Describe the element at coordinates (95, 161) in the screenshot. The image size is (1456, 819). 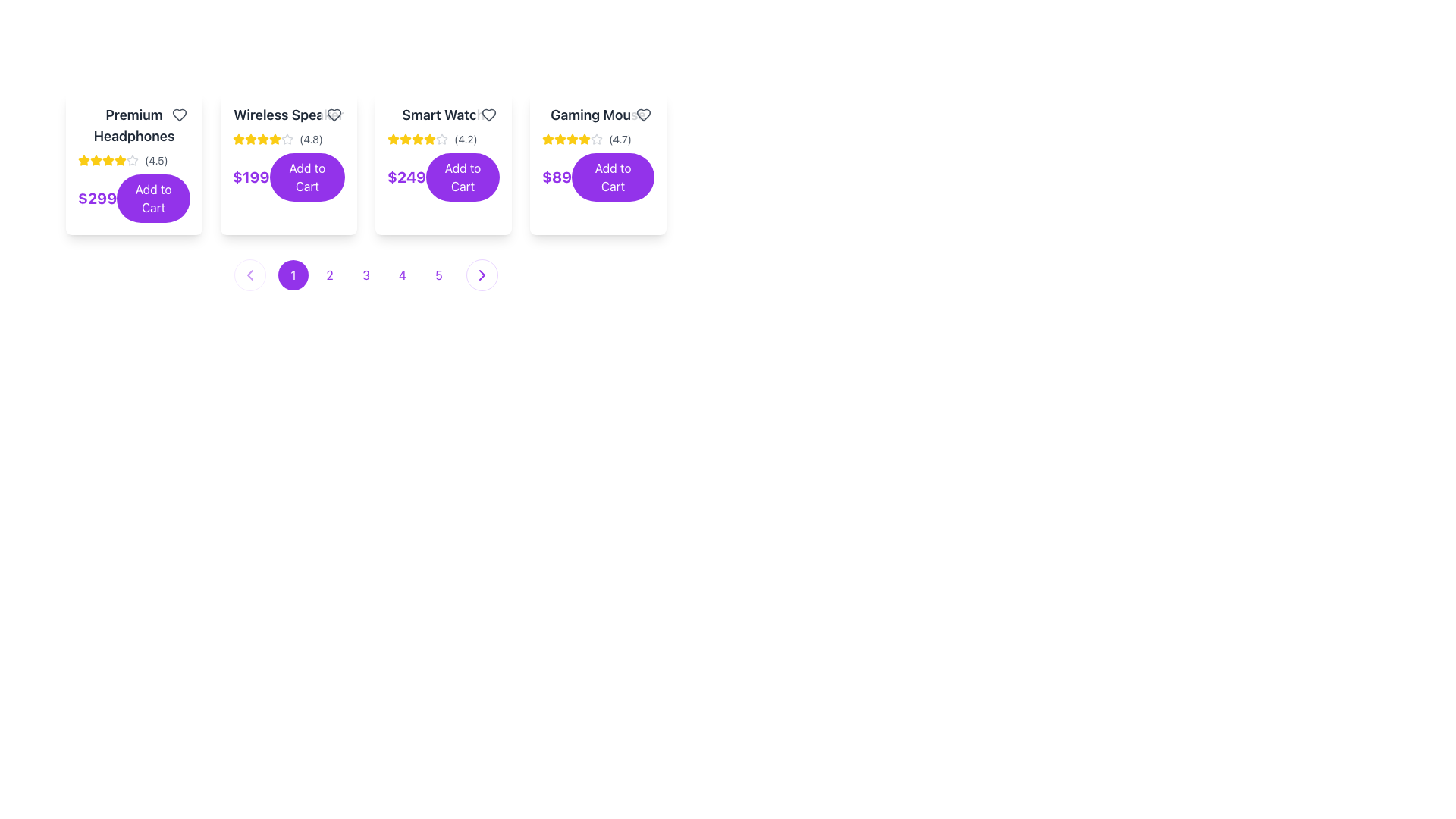
I see `the third filled star in the rating scale for the product 'Premium Headphones', which visually represents a unit of the product's rating` at that location.